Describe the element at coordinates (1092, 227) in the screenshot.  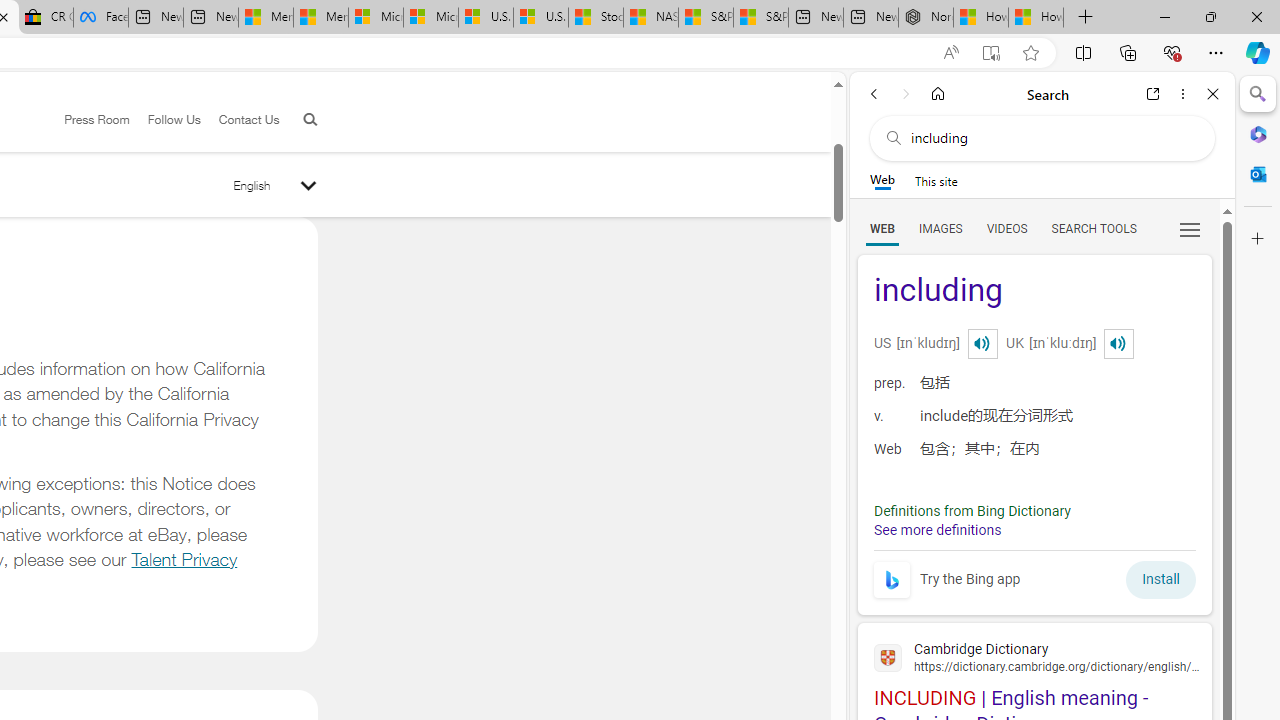
I see `'SEARCH TOOLS'` at that location.